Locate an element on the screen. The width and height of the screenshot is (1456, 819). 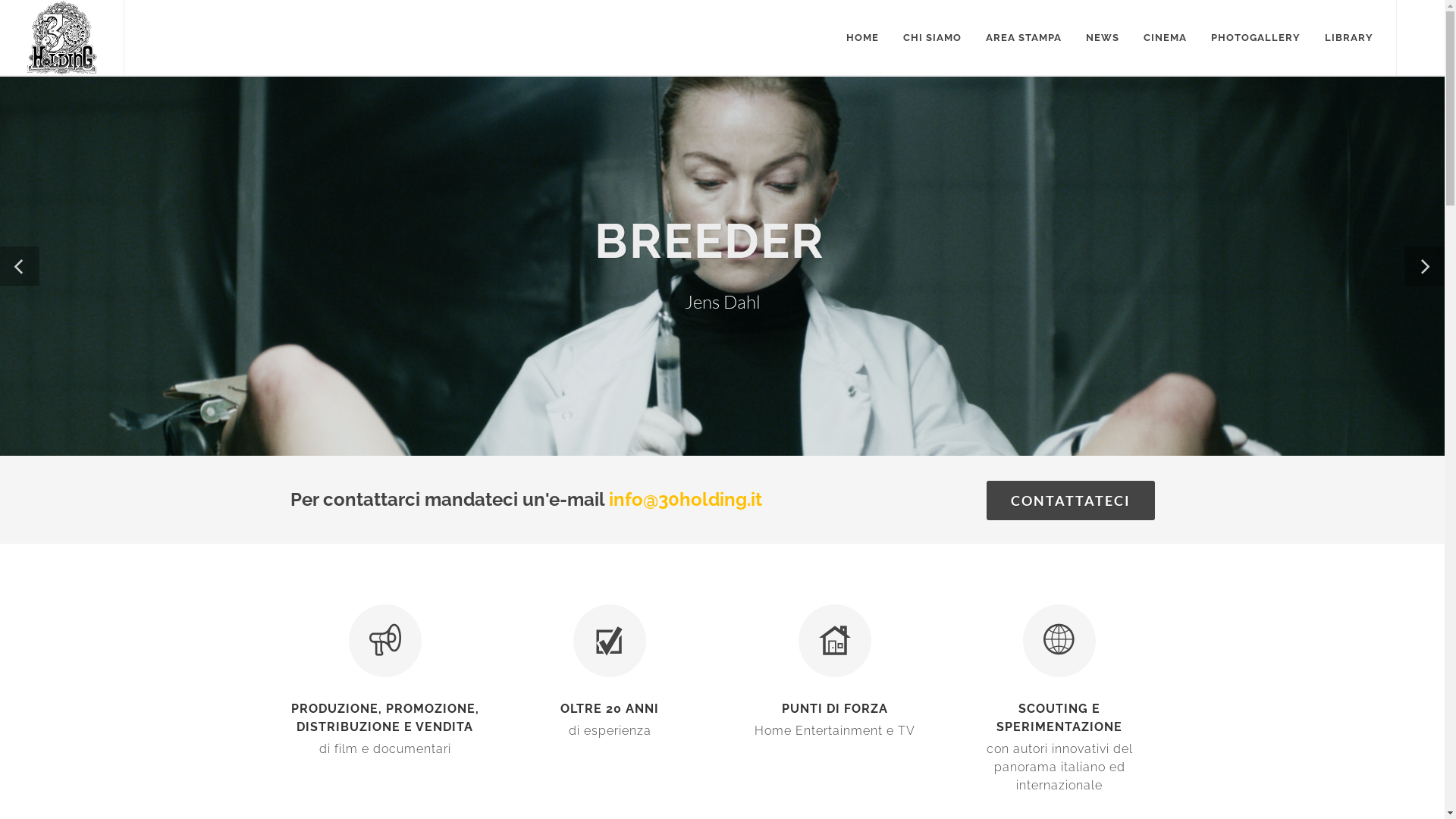
'NEWS' is located at coordinates (1073, 37).